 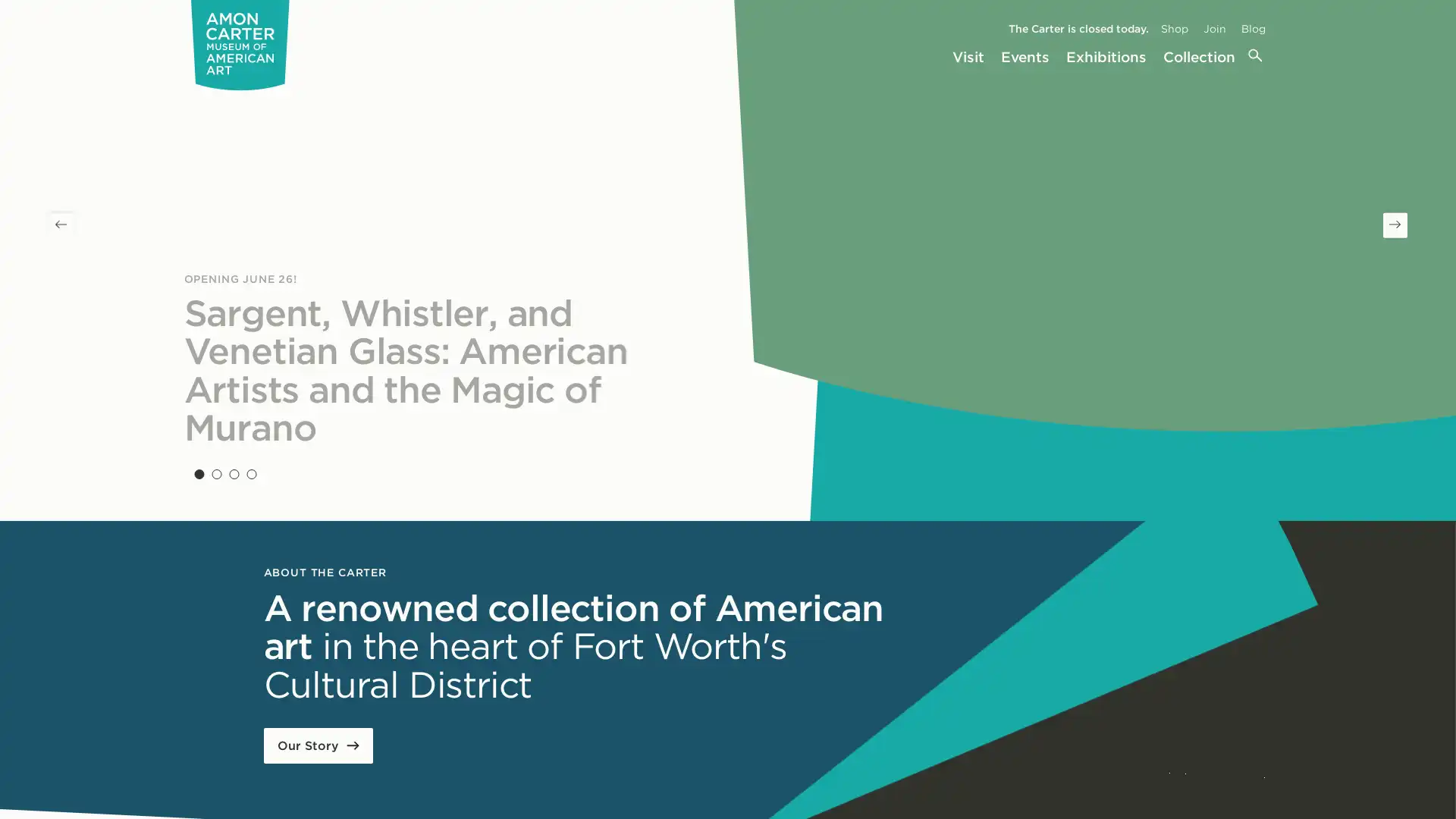 What do you see at coordinates (215, 473) in the screenshot?
I see `Slide 2` at bounding box center [215, 473].